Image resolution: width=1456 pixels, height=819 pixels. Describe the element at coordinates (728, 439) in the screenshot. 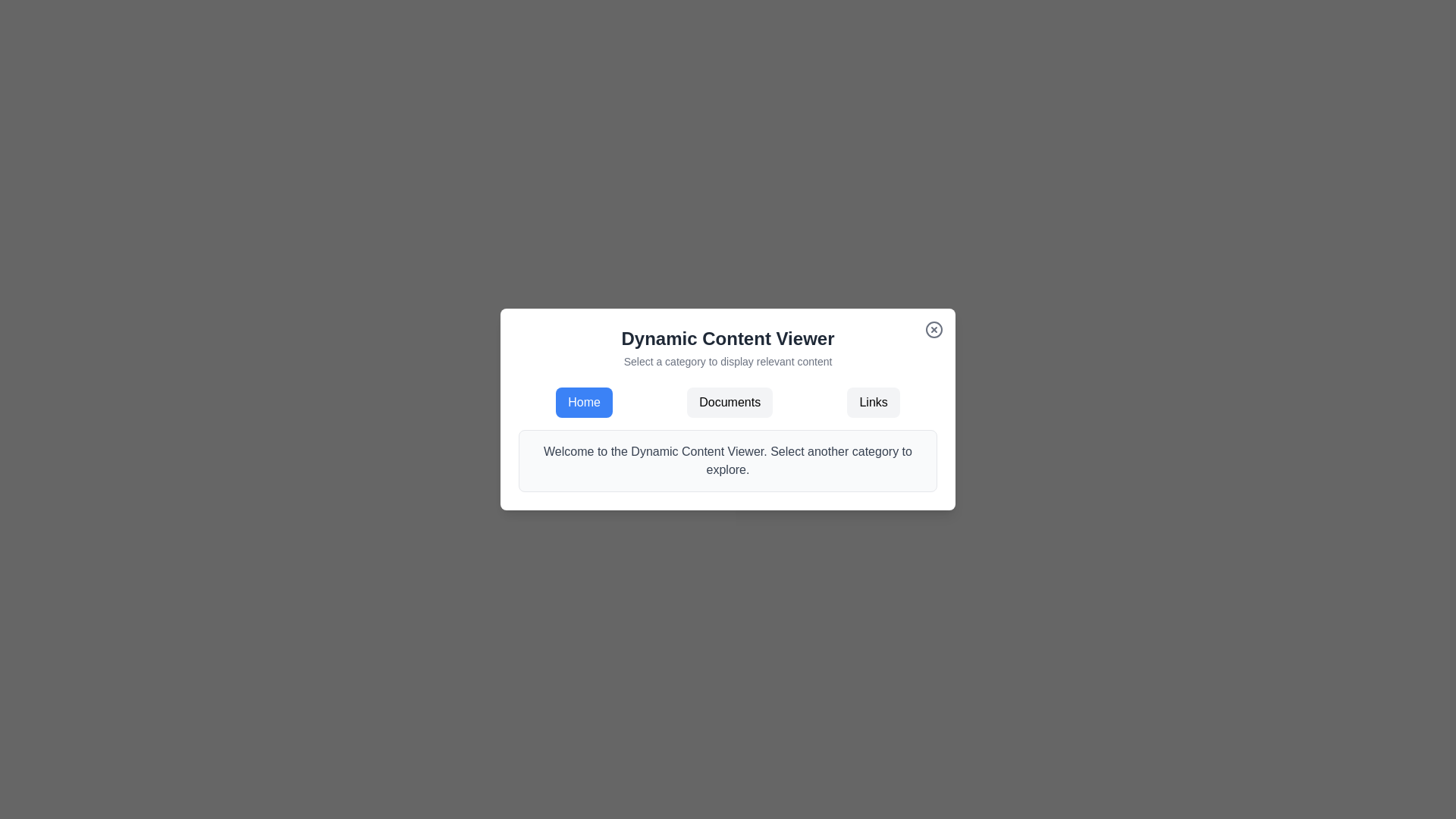

I see `the navigation options within the Composite component located in the center of the content viewer modal beneath the title 'Dynamic Content Viewer'` at that location.